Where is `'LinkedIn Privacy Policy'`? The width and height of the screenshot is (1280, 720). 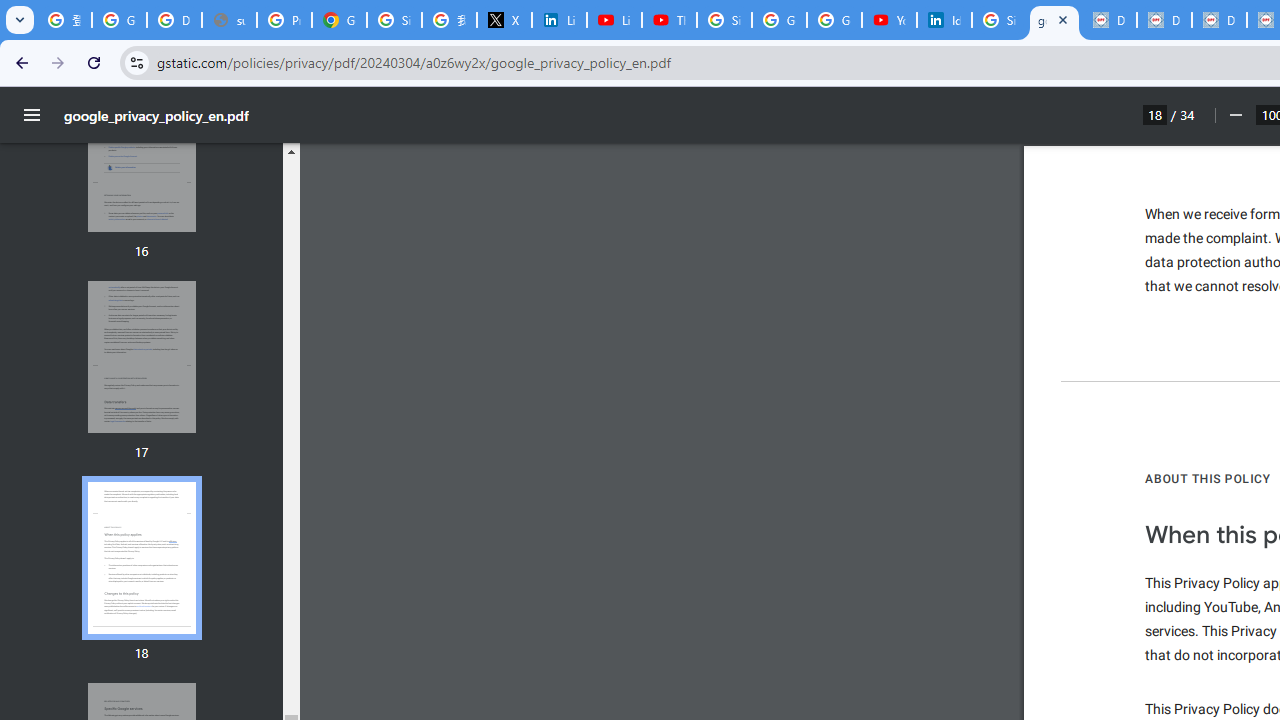 'LinkedIn Privacy Policy' is located at coordinates (560, 20).